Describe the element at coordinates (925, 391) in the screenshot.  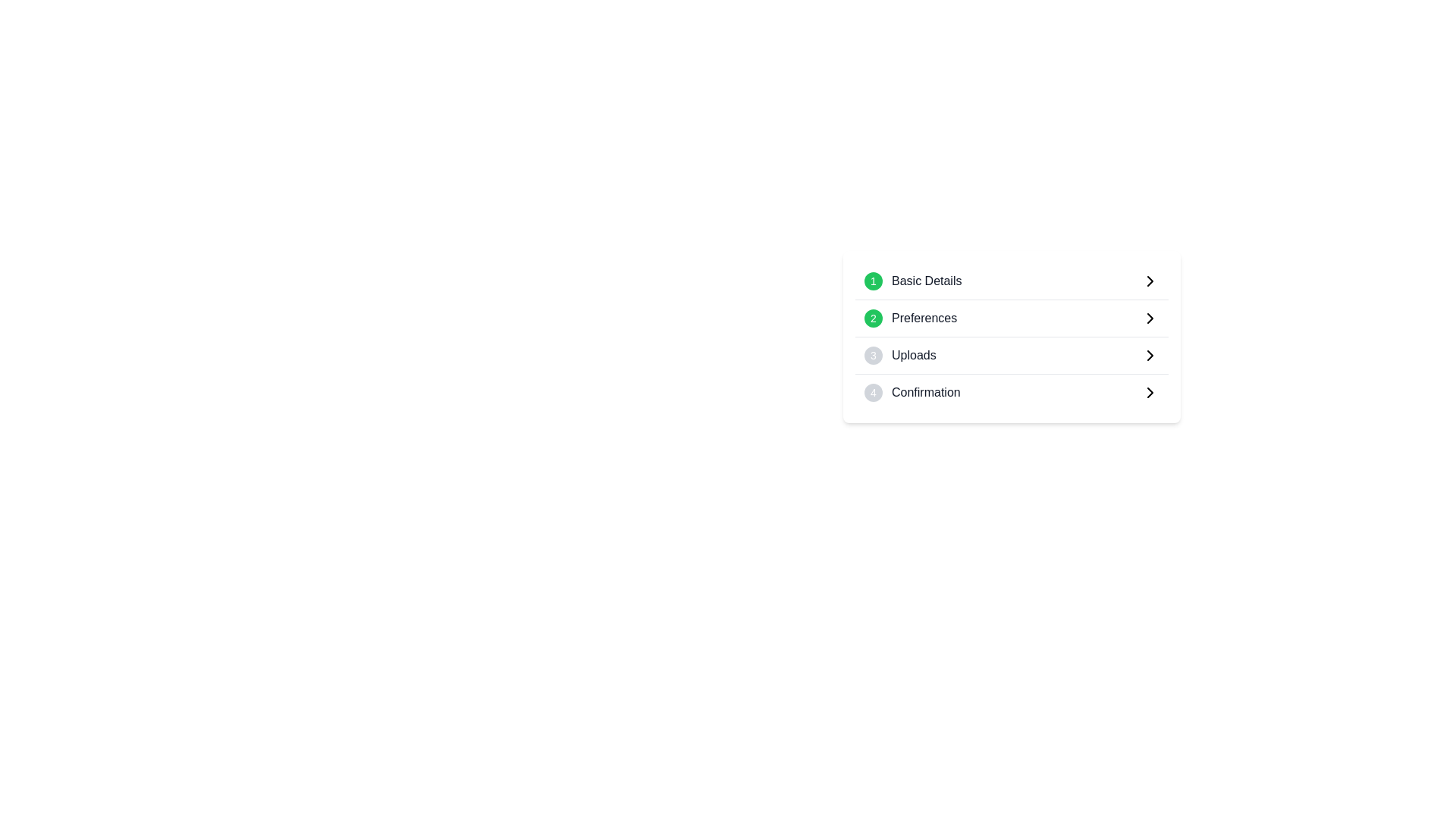
I see `the 'Confirmation' text label, which is the fourth entry in a step-list component, located next to the rounded numerical icon labeled '4'` at that location.